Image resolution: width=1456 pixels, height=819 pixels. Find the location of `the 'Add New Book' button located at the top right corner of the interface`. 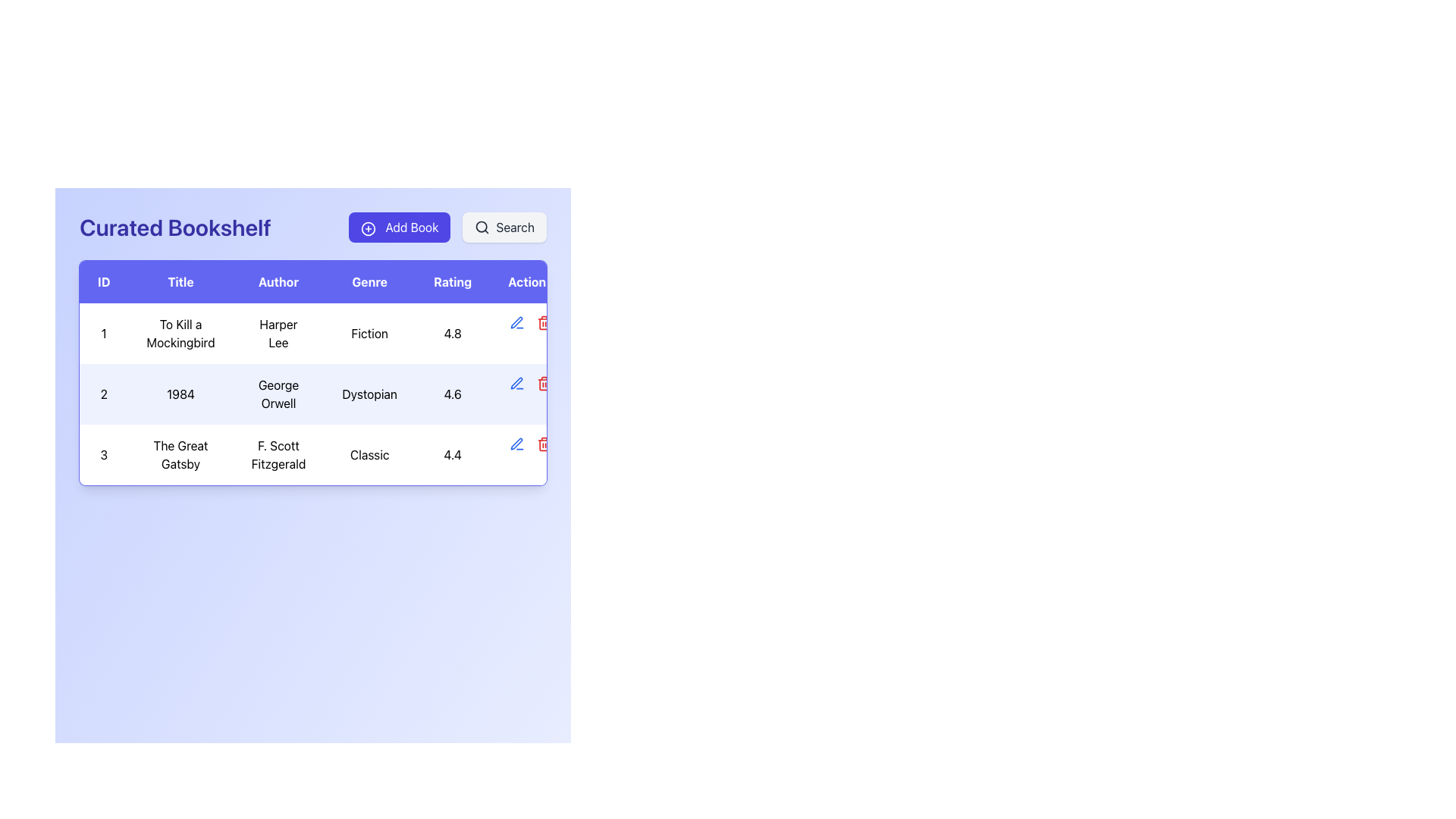

the 'Add New Book' button located at the top right corner of the interface is located at coordinates (400, 227).